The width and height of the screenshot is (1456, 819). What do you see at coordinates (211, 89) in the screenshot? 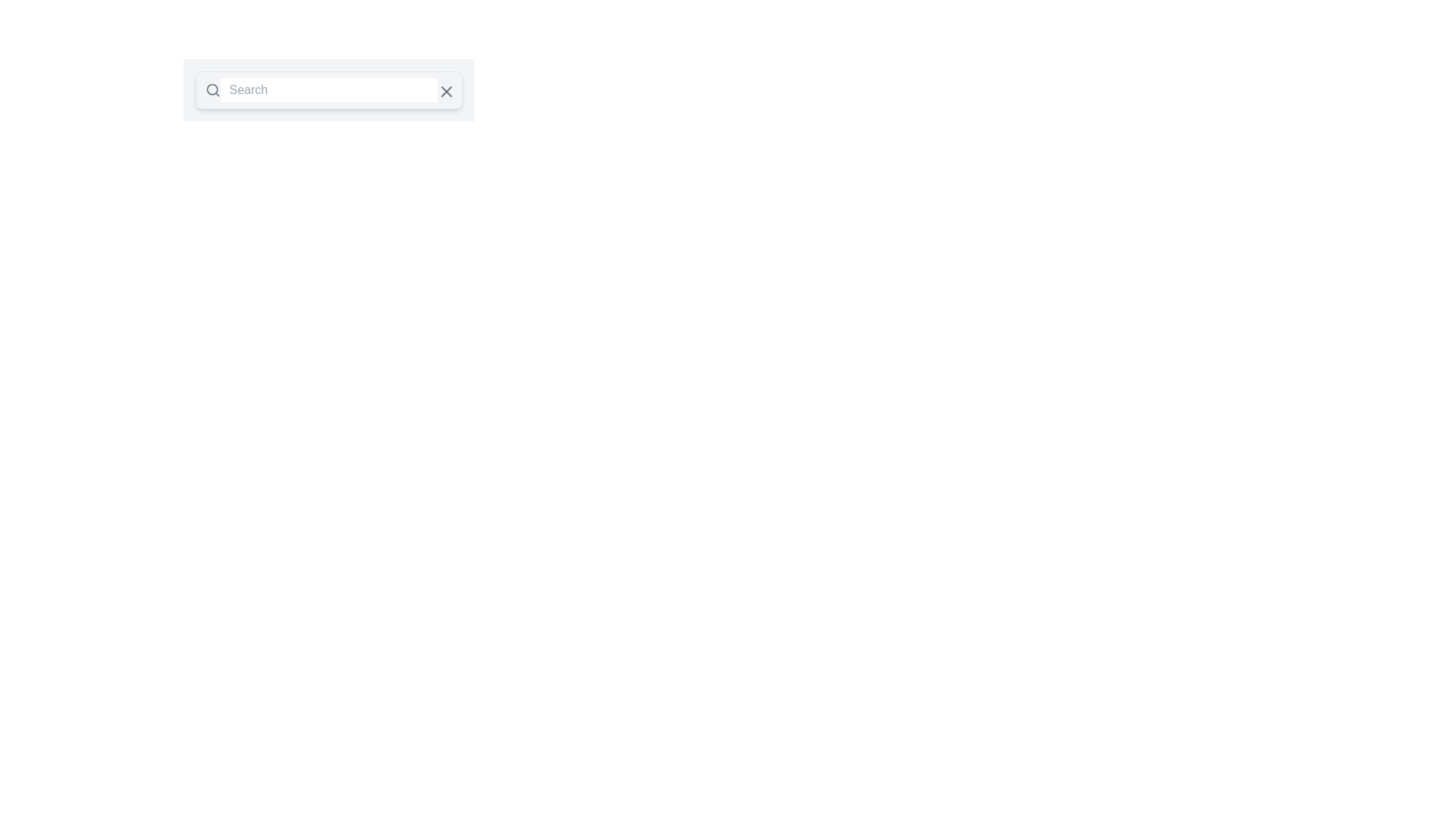
I see `the decorative graphical circle within the SVG element of the search icon, which indicates the adjacent input field for searching` at bounding box center [211, 89].